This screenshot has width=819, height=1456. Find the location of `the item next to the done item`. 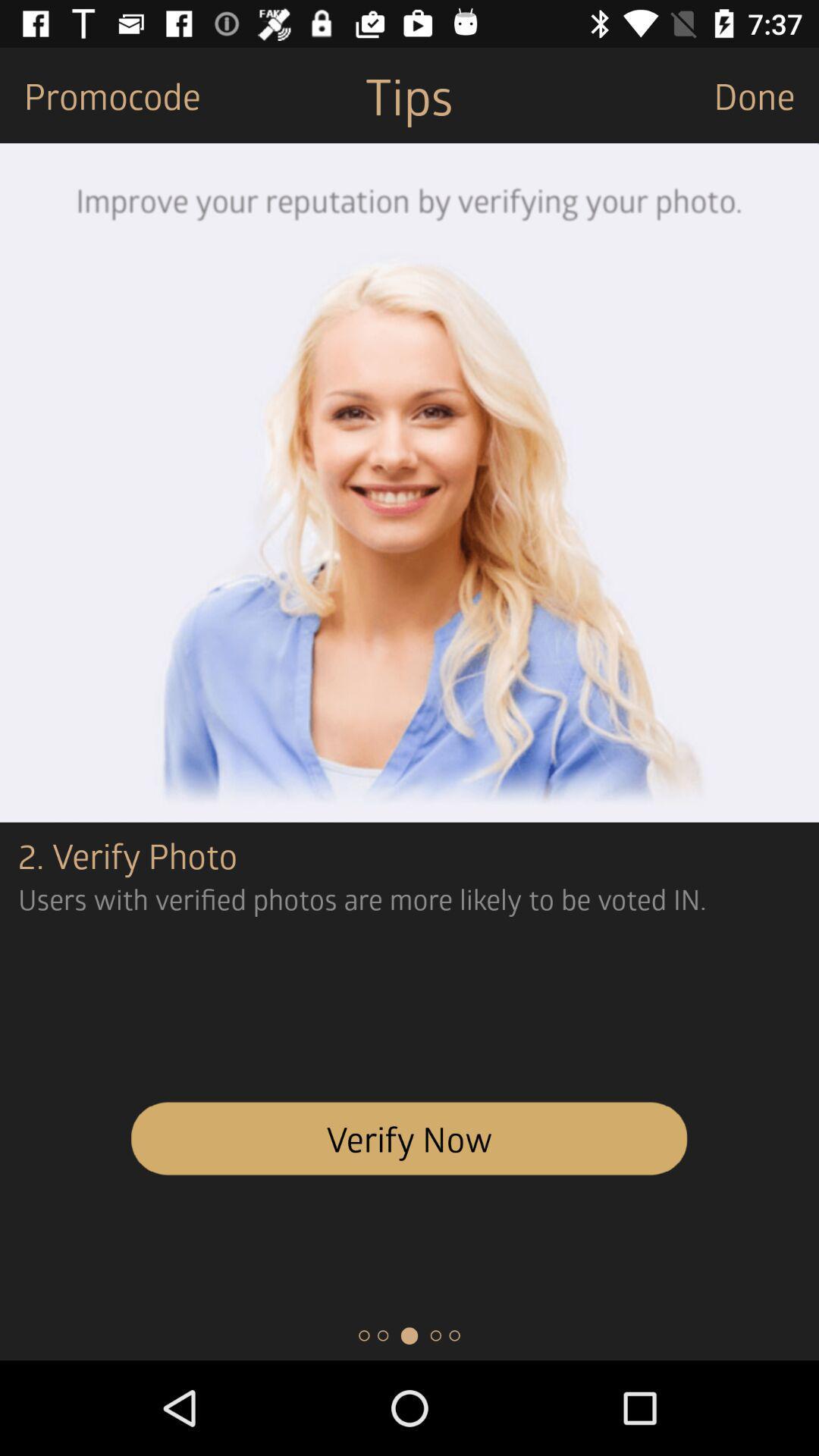

the item next to the done item is located at coordinates (408, 94).